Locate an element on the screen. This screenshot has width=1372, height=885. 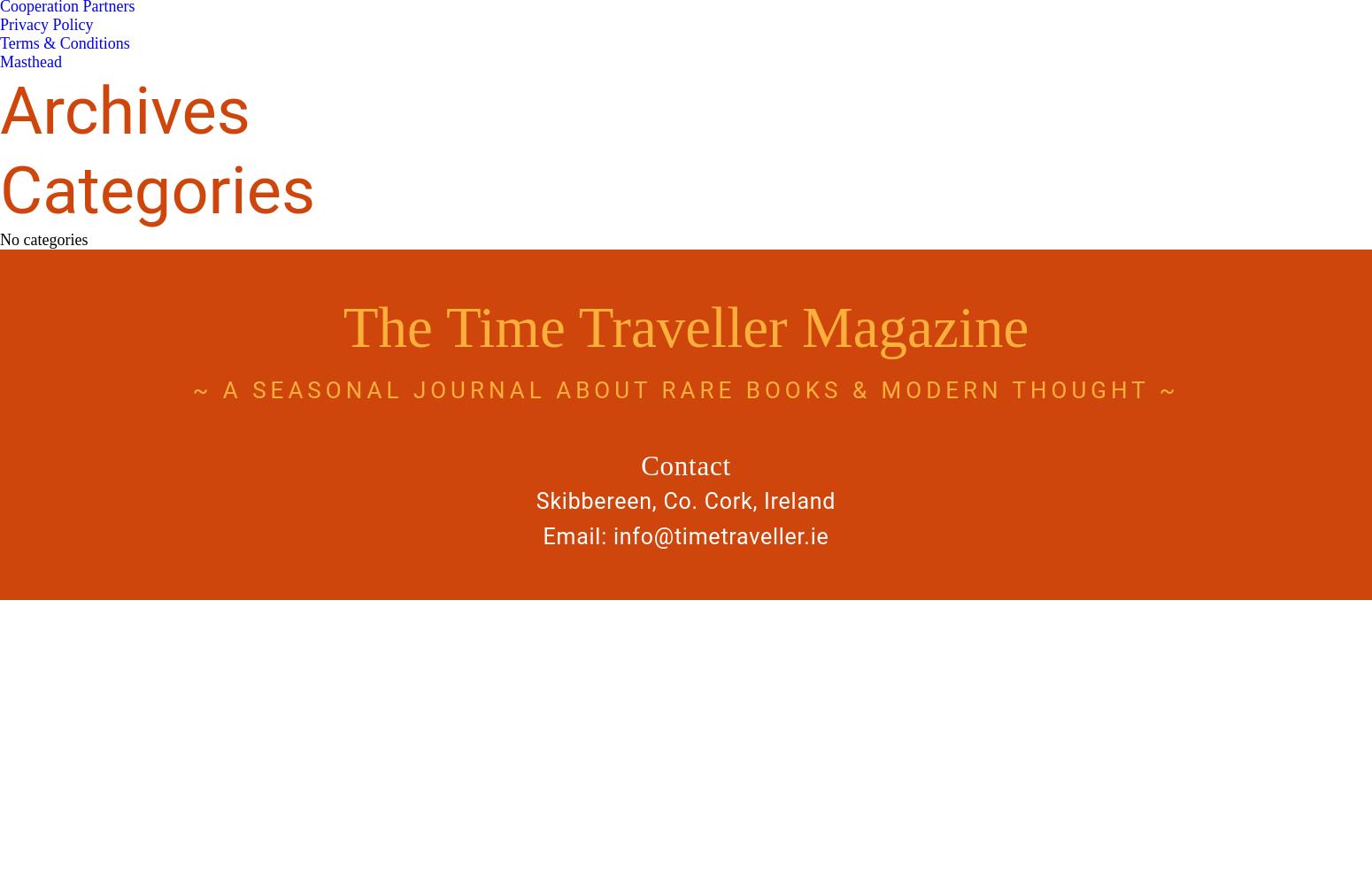
'Privacy Policy' is located at coordinates (0, 25).